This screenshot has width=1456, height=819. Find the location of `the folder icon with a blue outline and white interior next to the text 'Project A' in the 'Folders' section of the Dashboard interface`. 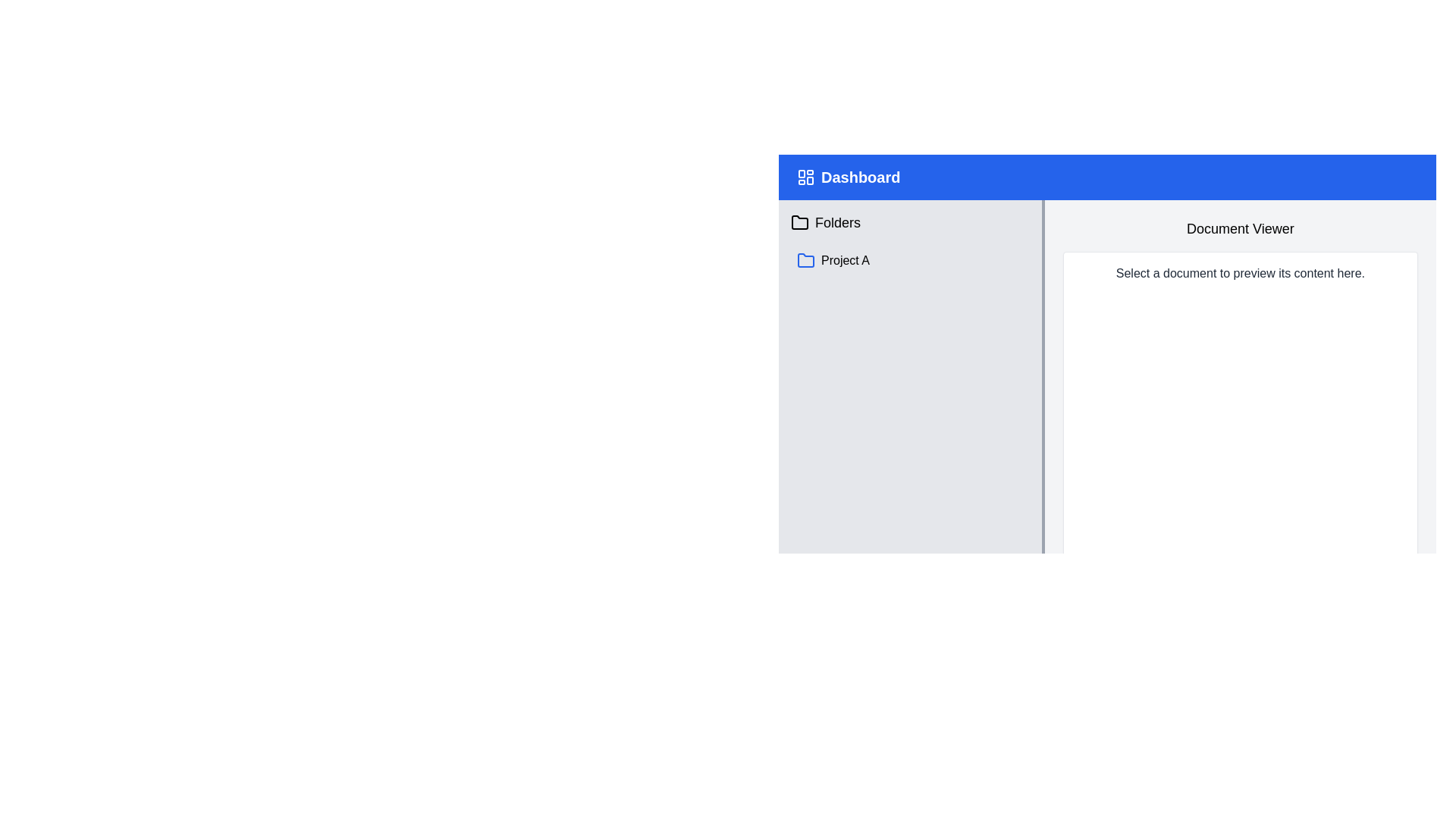

the folder icon with a blue outline and white interior next to the text 'Project A' in the 'Folders' section of the Dashboard interface is located at coordinates (805, 259).